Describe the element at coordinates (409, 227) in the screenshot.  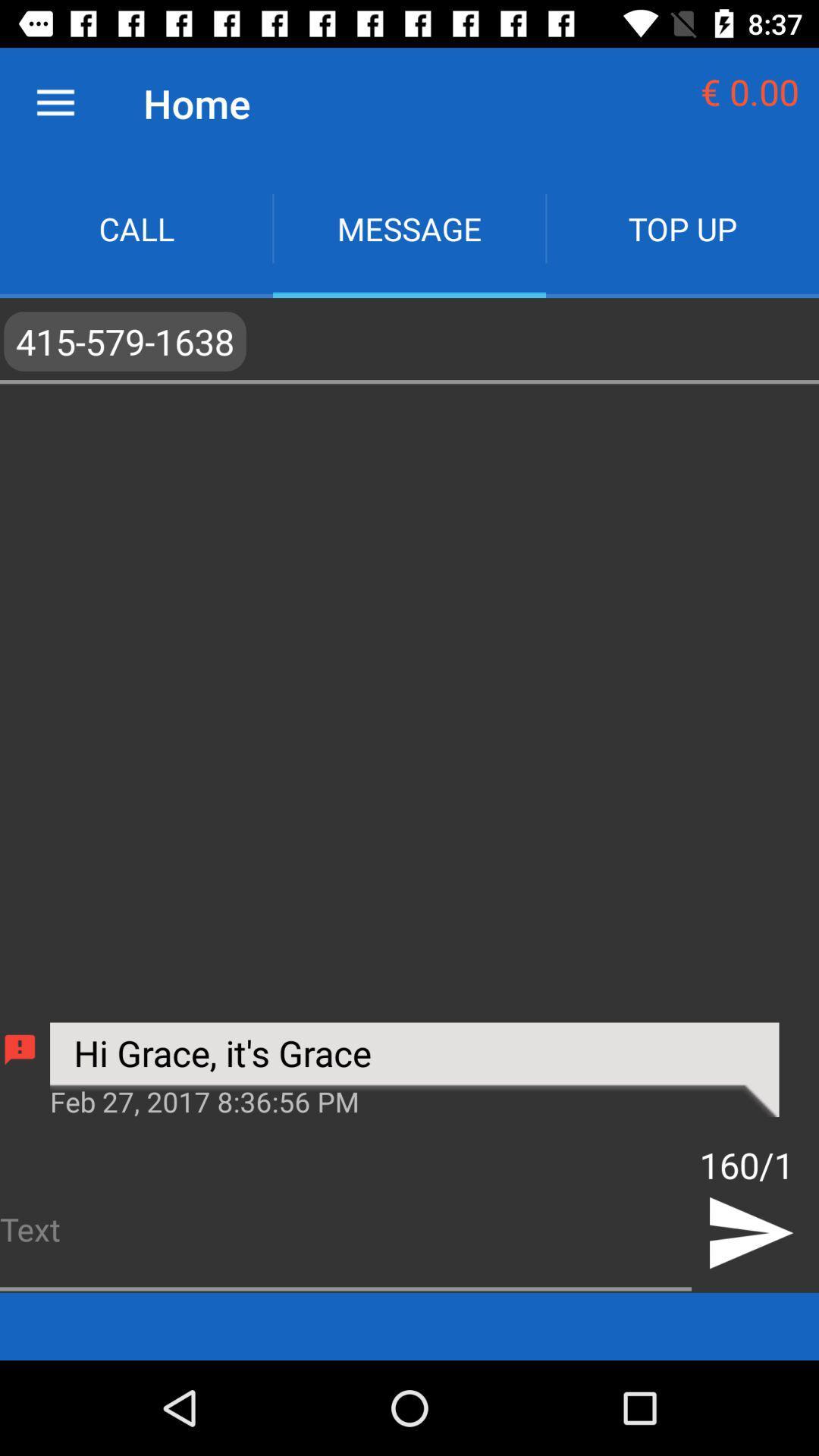
I see `item above the ,415-579-1638,  item` at that location.